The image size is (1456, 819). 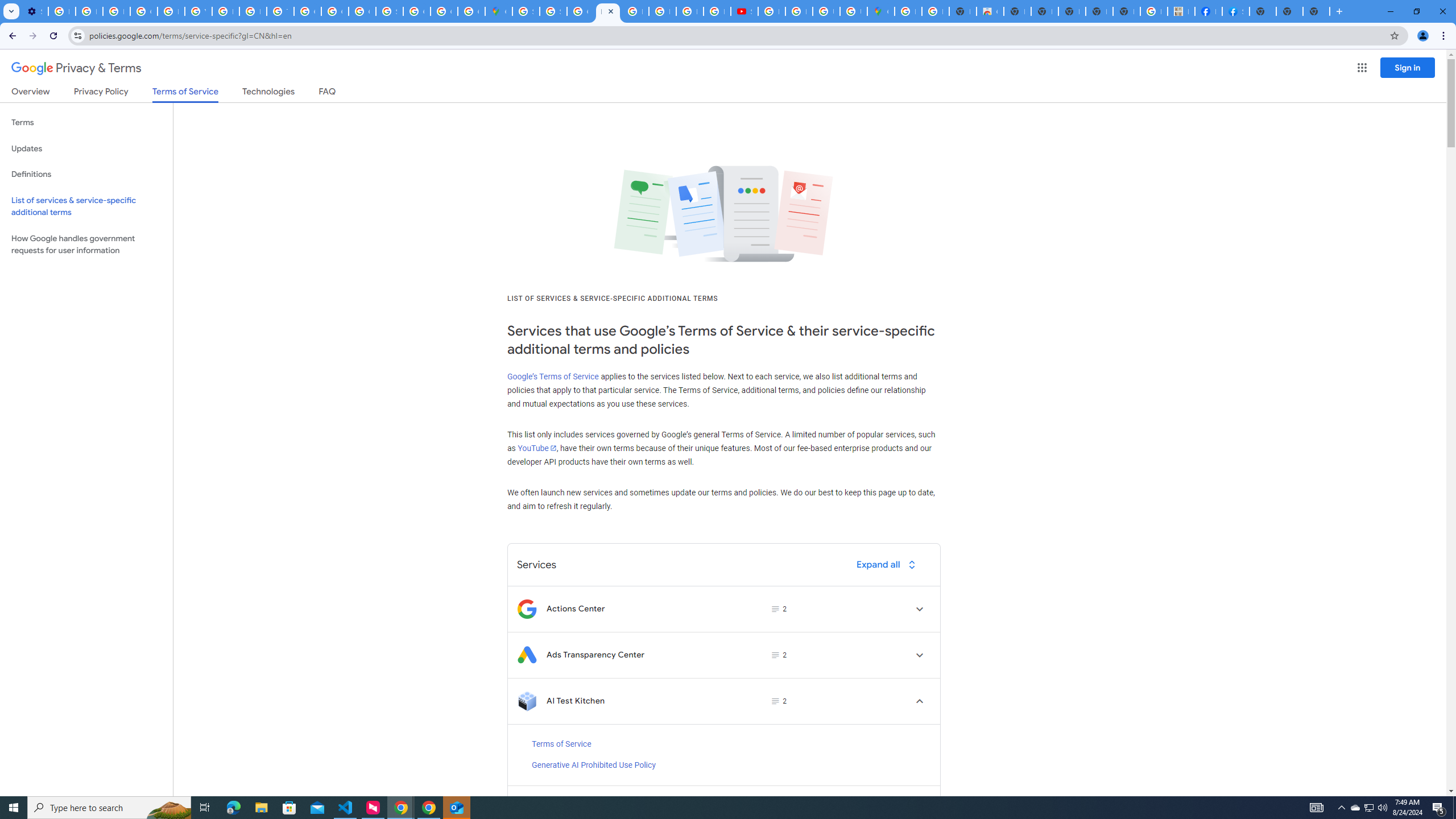 What do you see at coordinates (526, 608) in the screenshot?
I see `'Logo for Actions Center'` at bounding box center [526, 608].